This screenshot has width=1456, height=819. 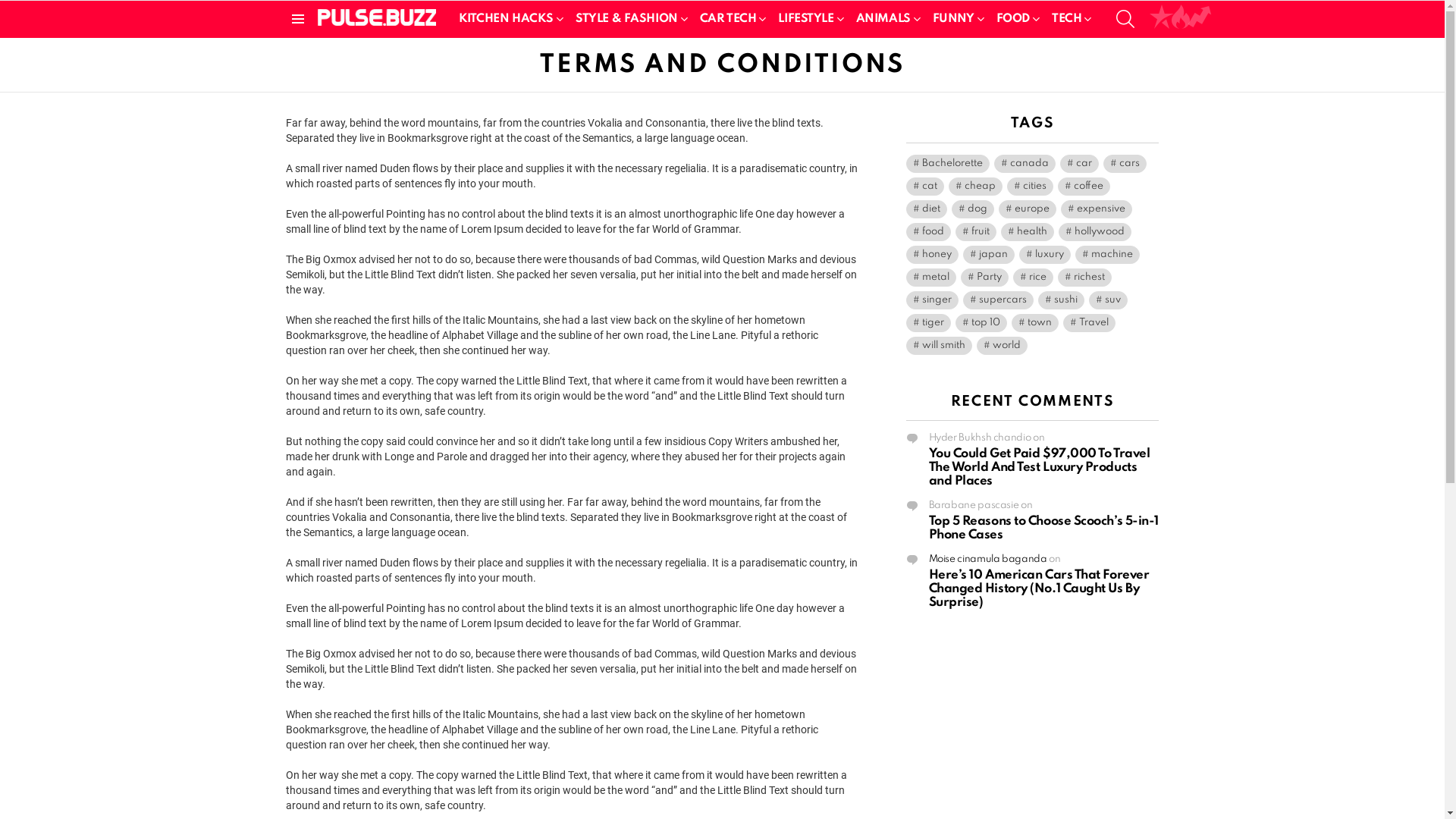 I want to click on 'sushi', so click(x=1059, y=300).